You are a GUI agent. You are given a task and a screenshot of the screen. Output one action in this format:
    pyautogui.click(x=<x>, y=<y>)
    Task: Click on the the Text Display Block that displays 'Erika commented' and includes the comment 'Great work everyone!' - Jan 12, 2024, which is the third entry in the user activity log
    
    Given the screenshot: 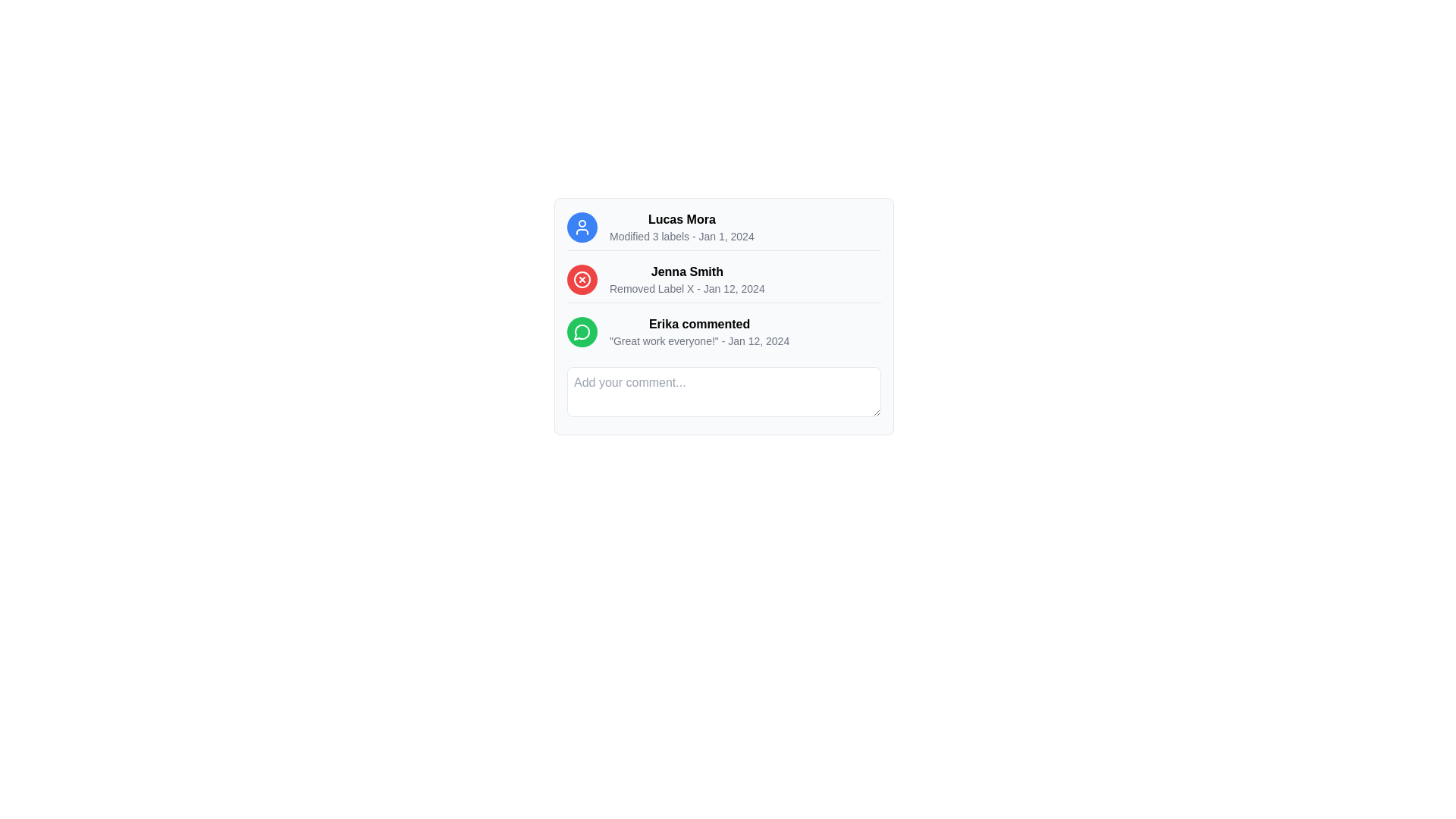 What is the action you would take?
    pyautogui.click(x=698, y=331)
    